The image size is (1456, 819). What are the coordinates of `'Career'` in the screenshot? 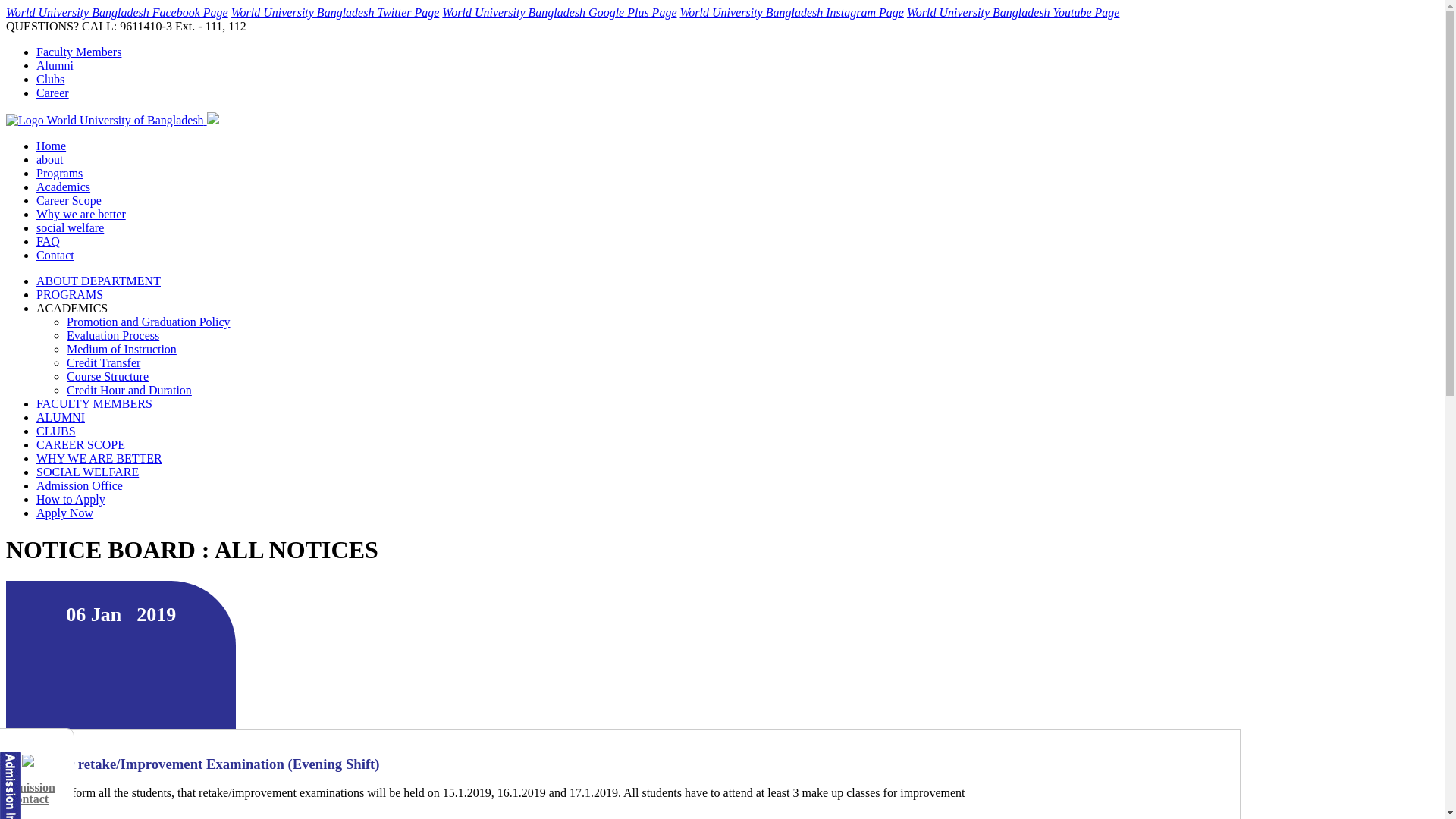 It's located at (52, 93).